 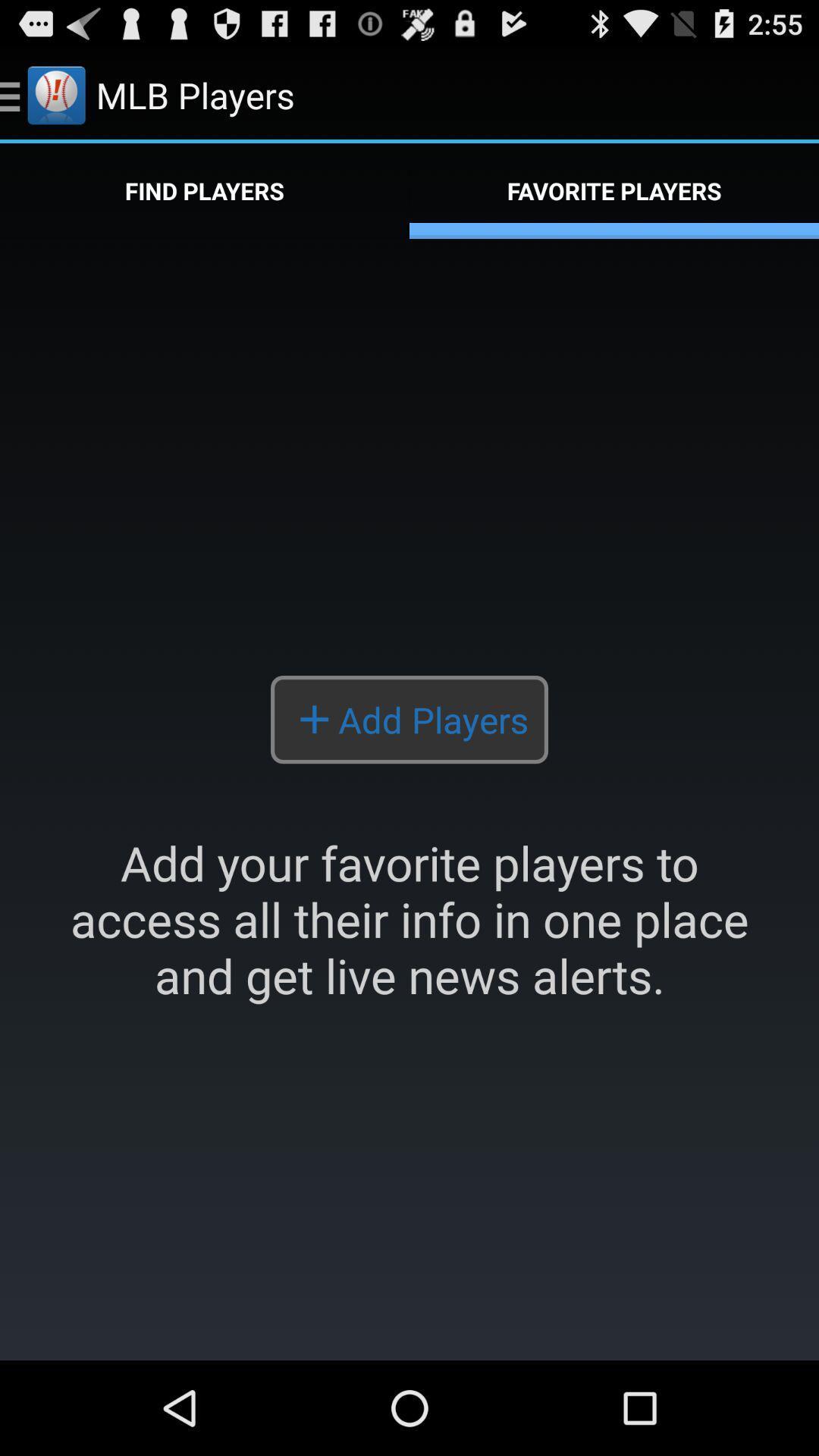 I want to click on the app to the left of the favorite players app, so click(x=205, y=190).